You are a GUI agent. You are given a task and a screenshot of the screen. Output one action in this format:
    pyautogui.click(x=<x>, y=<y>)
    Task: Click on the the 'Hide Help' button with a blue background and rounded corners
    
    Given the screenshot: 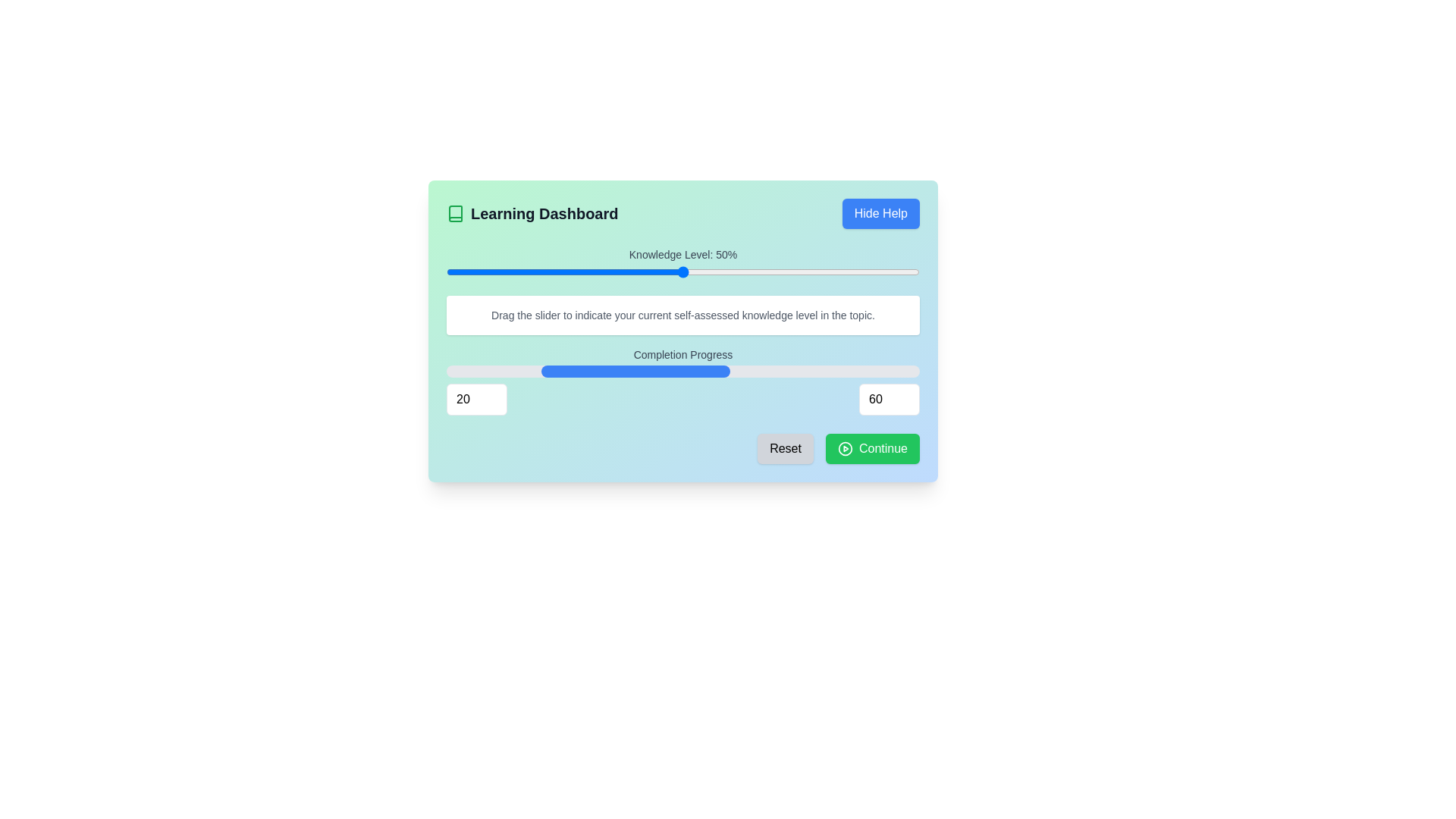 What is the action you would take?
    pyautogui.click(x=880, y=213)
    